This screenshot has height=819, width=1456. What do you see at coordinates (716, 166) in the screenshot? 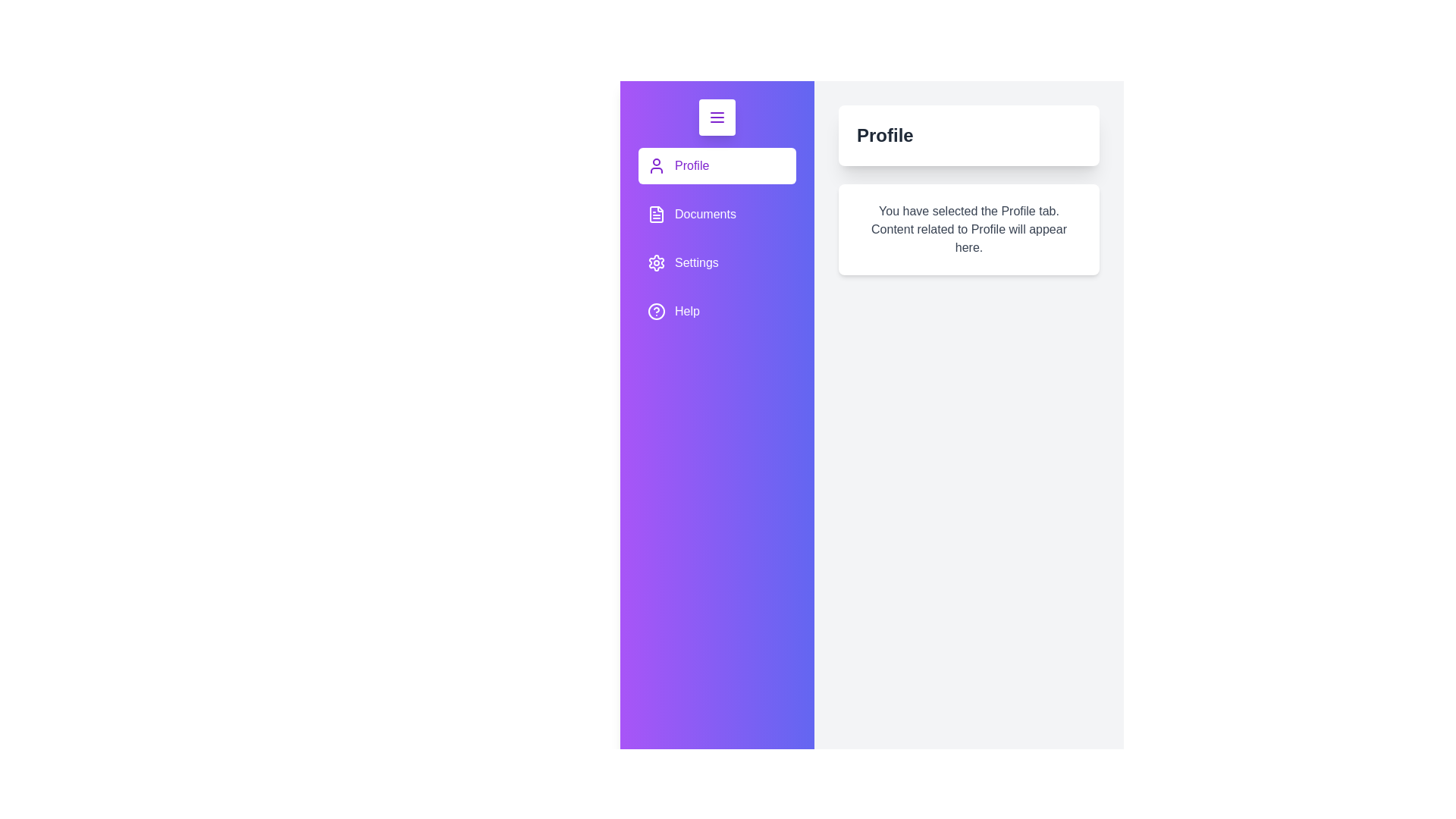
I see `the Profile tab to view its content` at bounding box center [716, 166].